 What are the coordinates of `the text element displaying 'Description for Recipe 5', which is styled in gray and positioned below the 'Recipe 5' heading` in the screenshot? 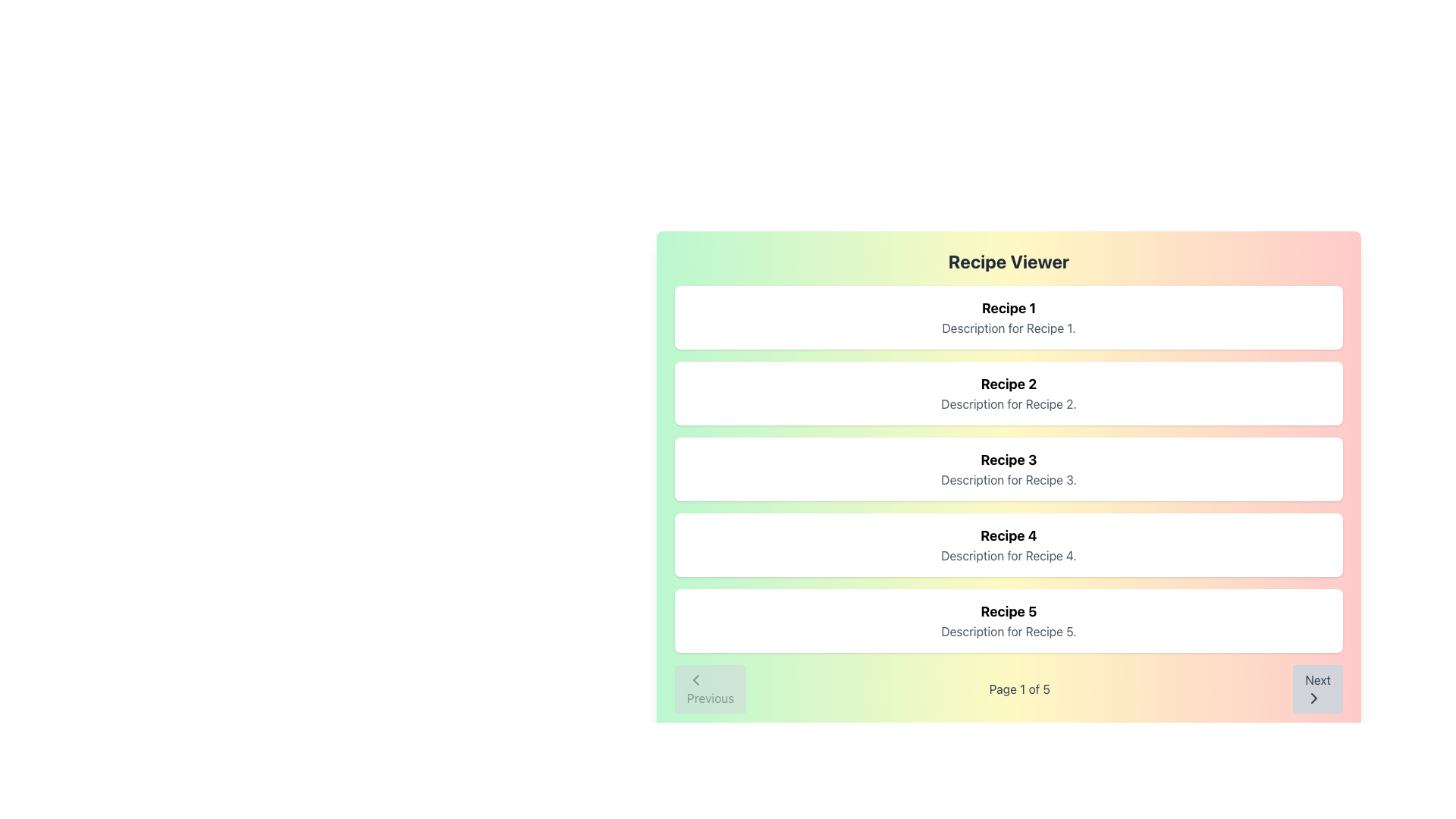 It's located at (1009, 632).